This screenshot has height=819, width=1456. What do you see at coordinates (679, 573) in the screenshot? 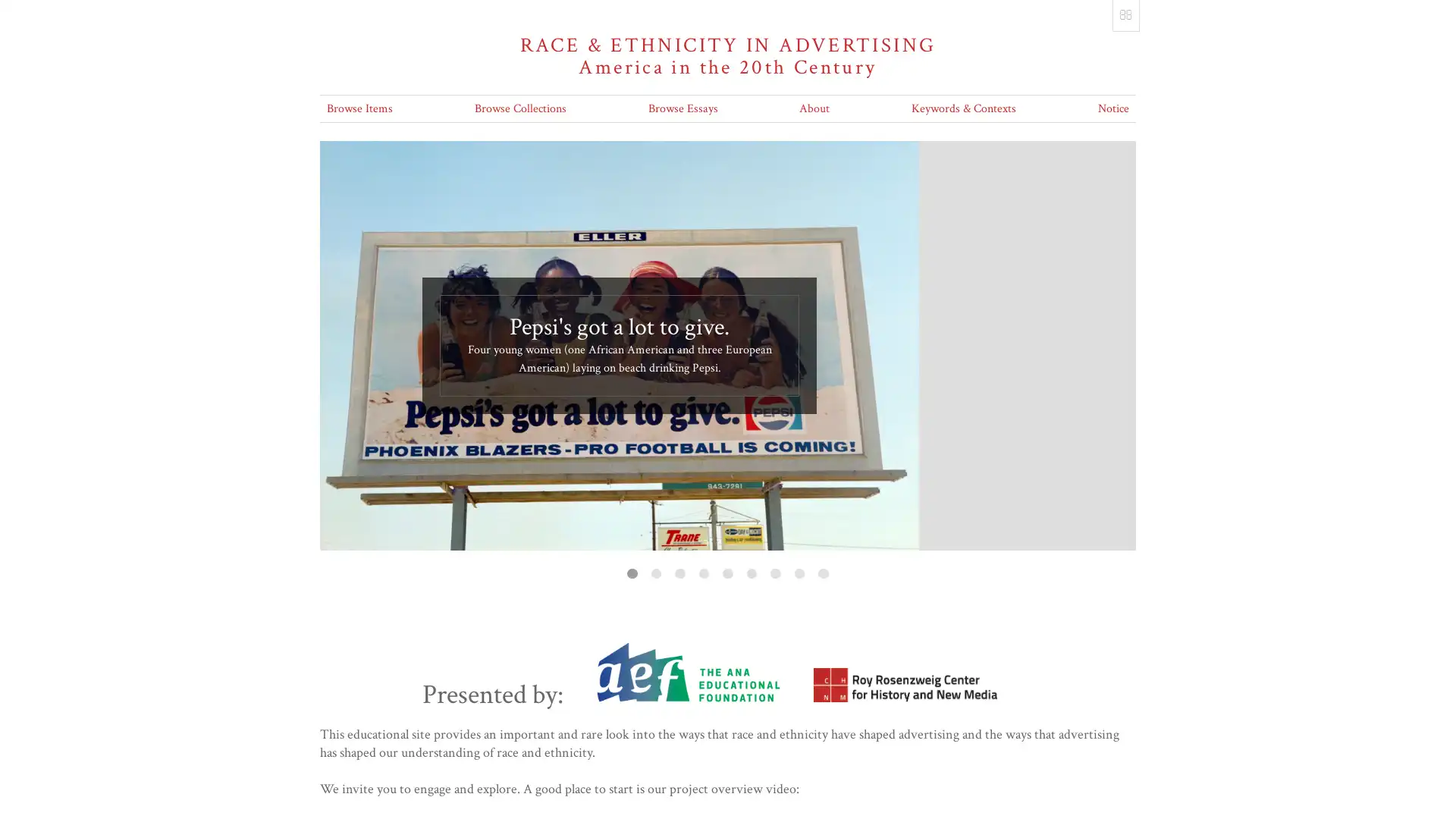
I see `3` at bounding box center [679, 573].